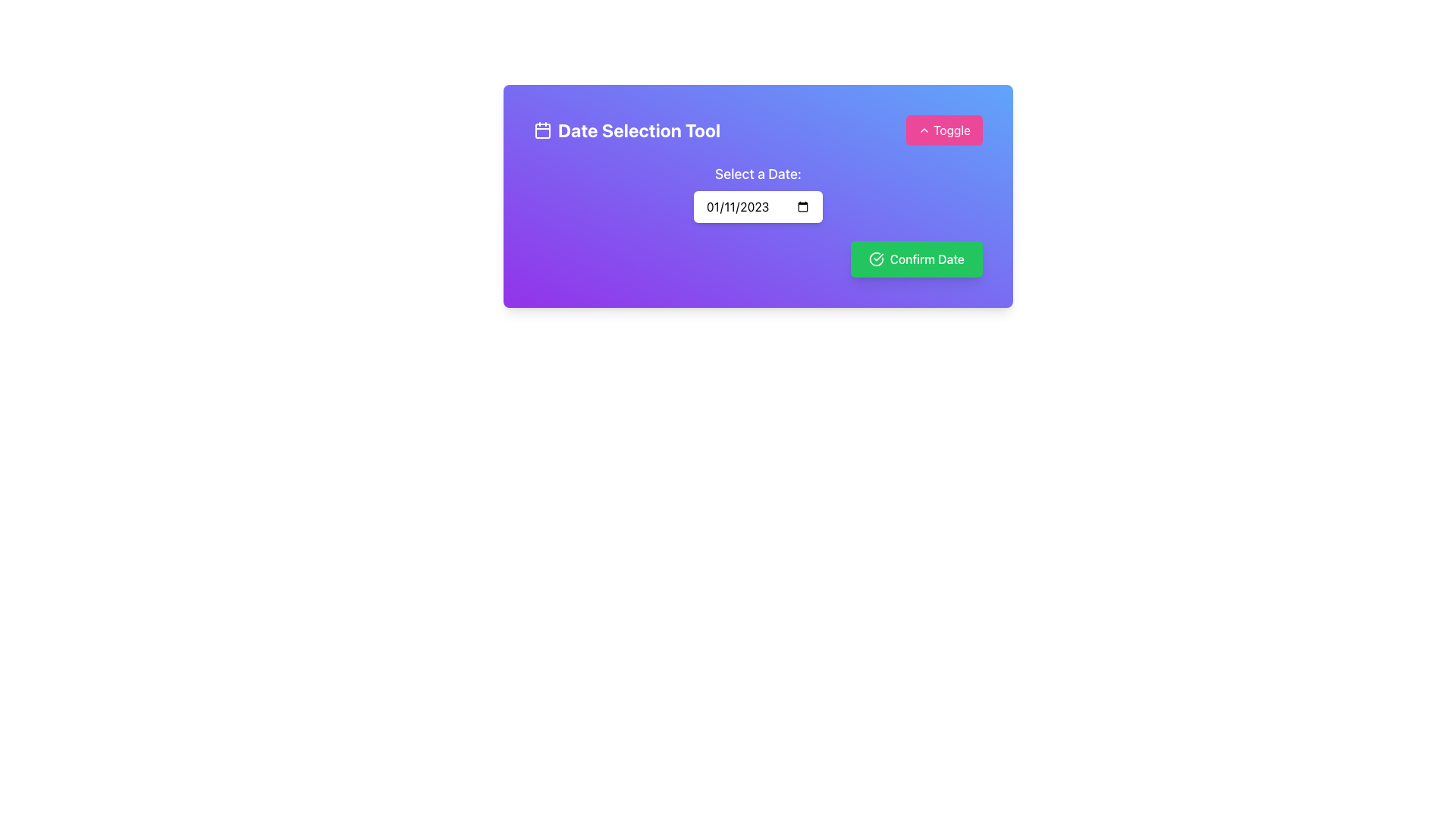 The image size is (1456, 819). What do you see at coordinates (943, 130) in the screenshot?
I see `the vibrant pink 'Toggle' button with an upward-pointing chevron icon` at bounding box center [943, 130].